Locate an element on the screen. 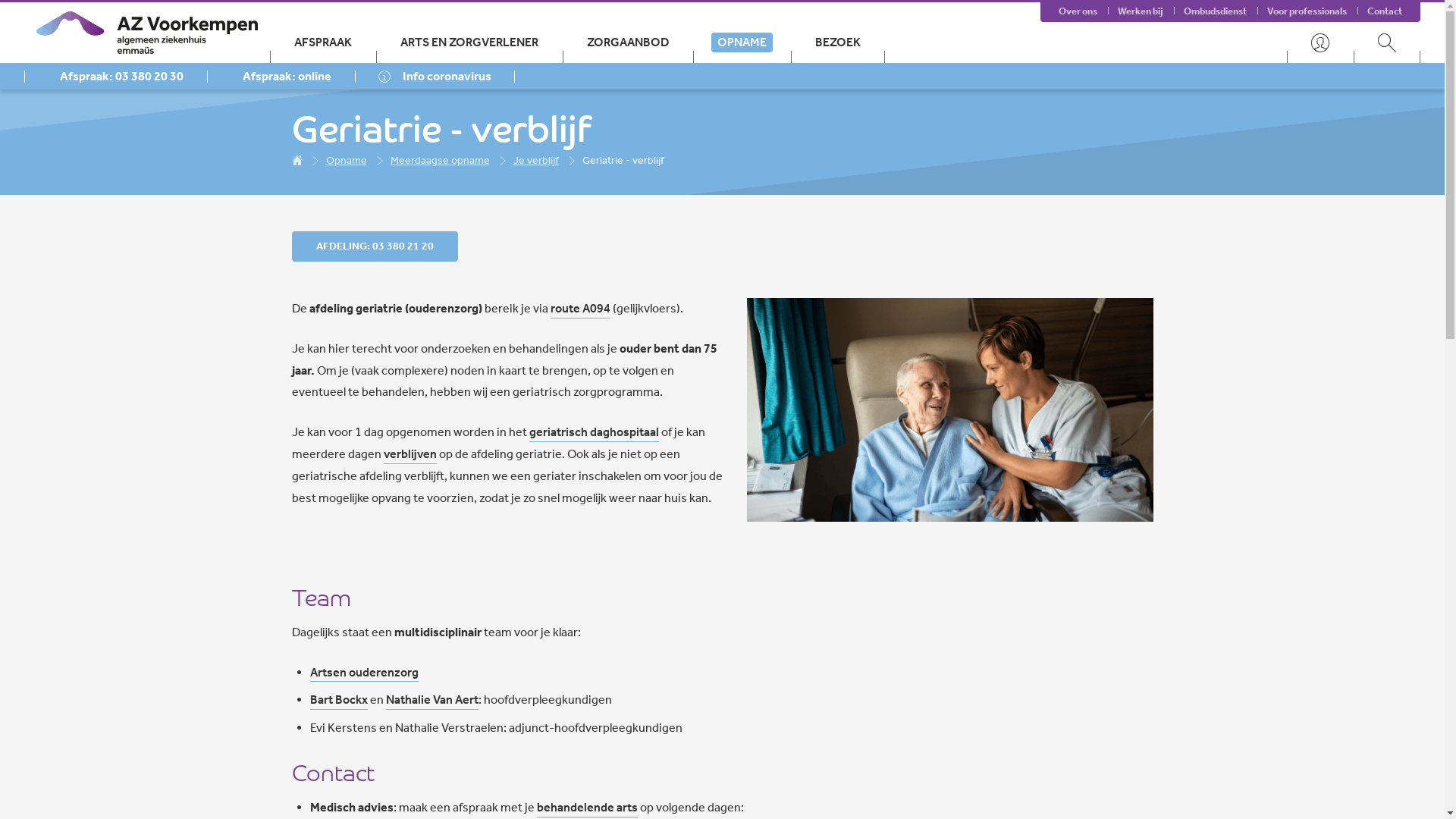  'route A094' is located at coordinates (579, 308).